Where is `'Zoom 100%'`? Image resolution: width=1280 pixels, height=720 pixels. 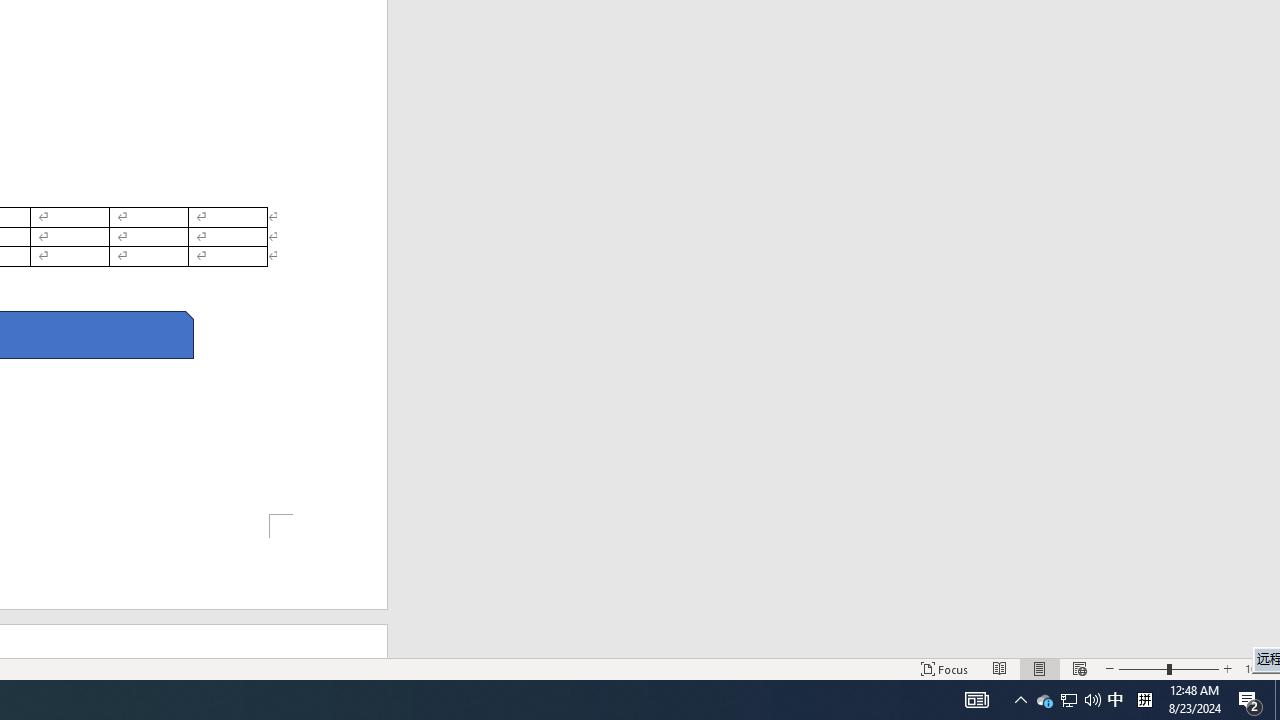 'Zoom 100%' is located at coordinates (1257, 669).